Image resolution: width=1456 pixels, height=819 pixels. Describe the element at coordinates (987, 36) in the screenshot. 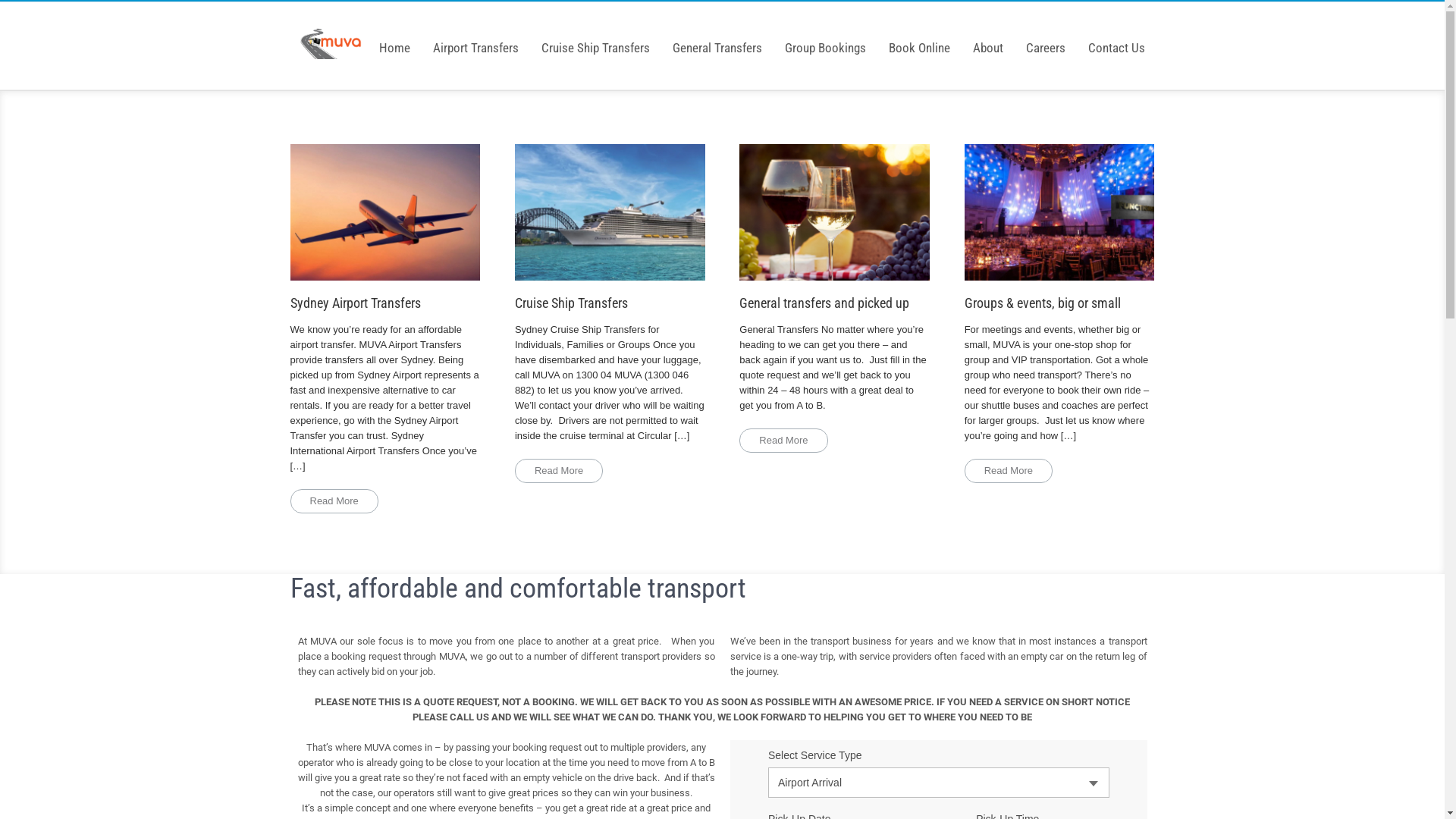

I see `'About'` at that location.